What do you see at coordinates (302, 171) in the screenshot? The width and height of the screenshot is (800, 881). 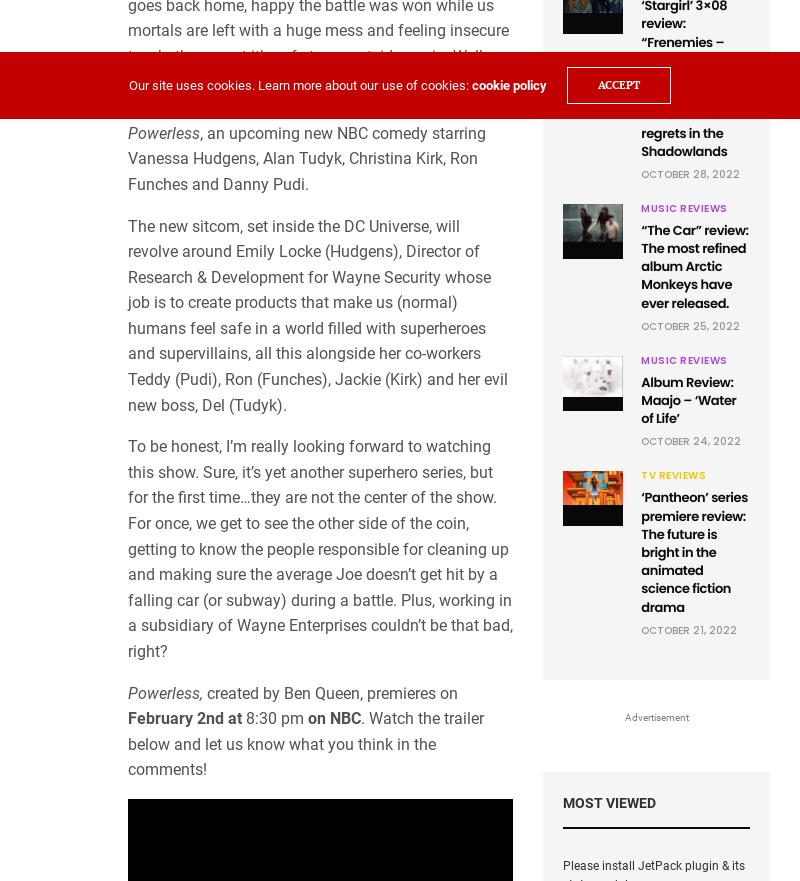 I see `'Ron Funches'` at bounding box center [302, 171].